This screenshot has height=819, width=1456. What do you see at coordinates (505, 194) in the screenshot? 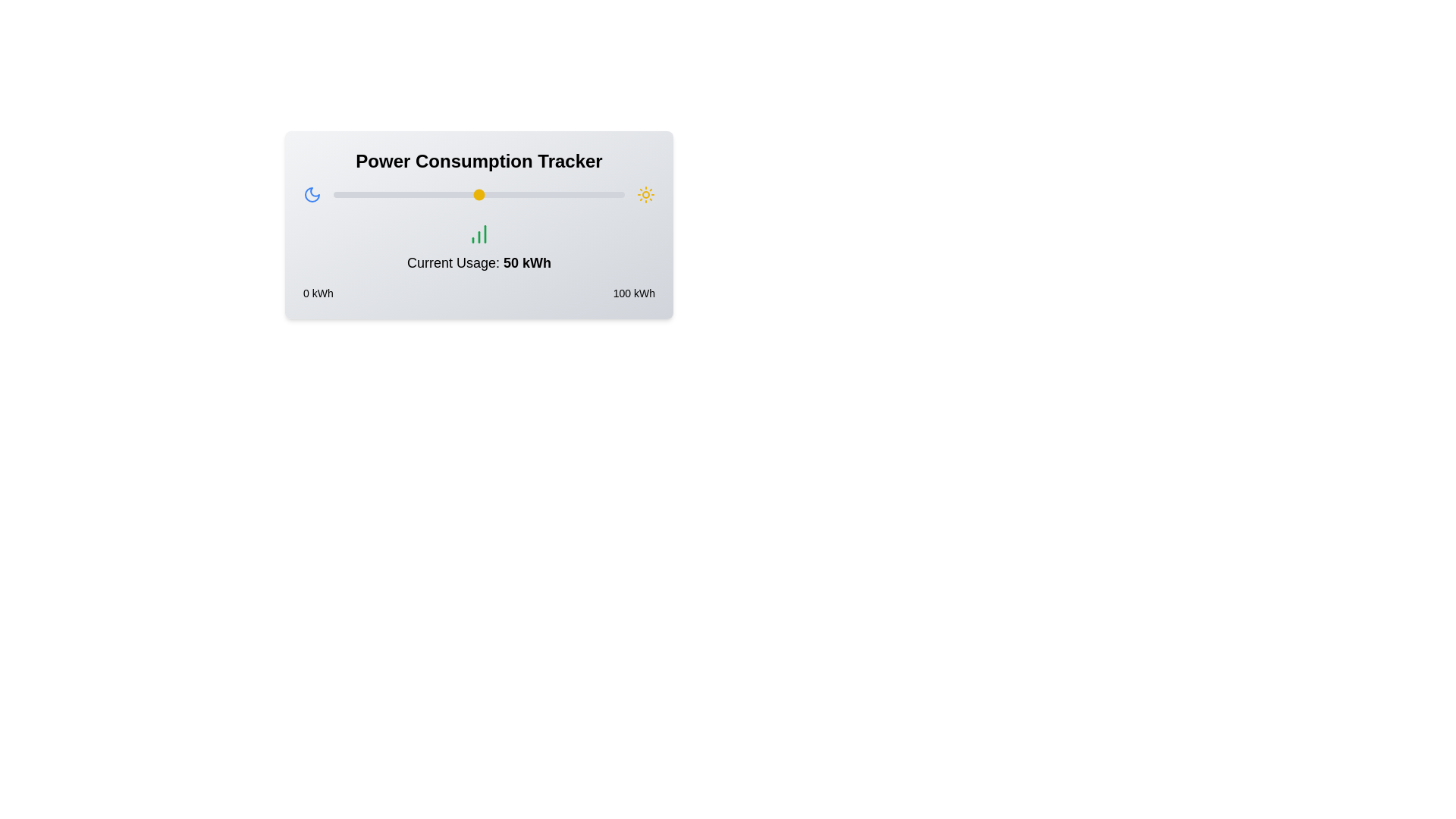
I see `the slider to set the power usage to 59 kWh` at bounding box center [505, 194].